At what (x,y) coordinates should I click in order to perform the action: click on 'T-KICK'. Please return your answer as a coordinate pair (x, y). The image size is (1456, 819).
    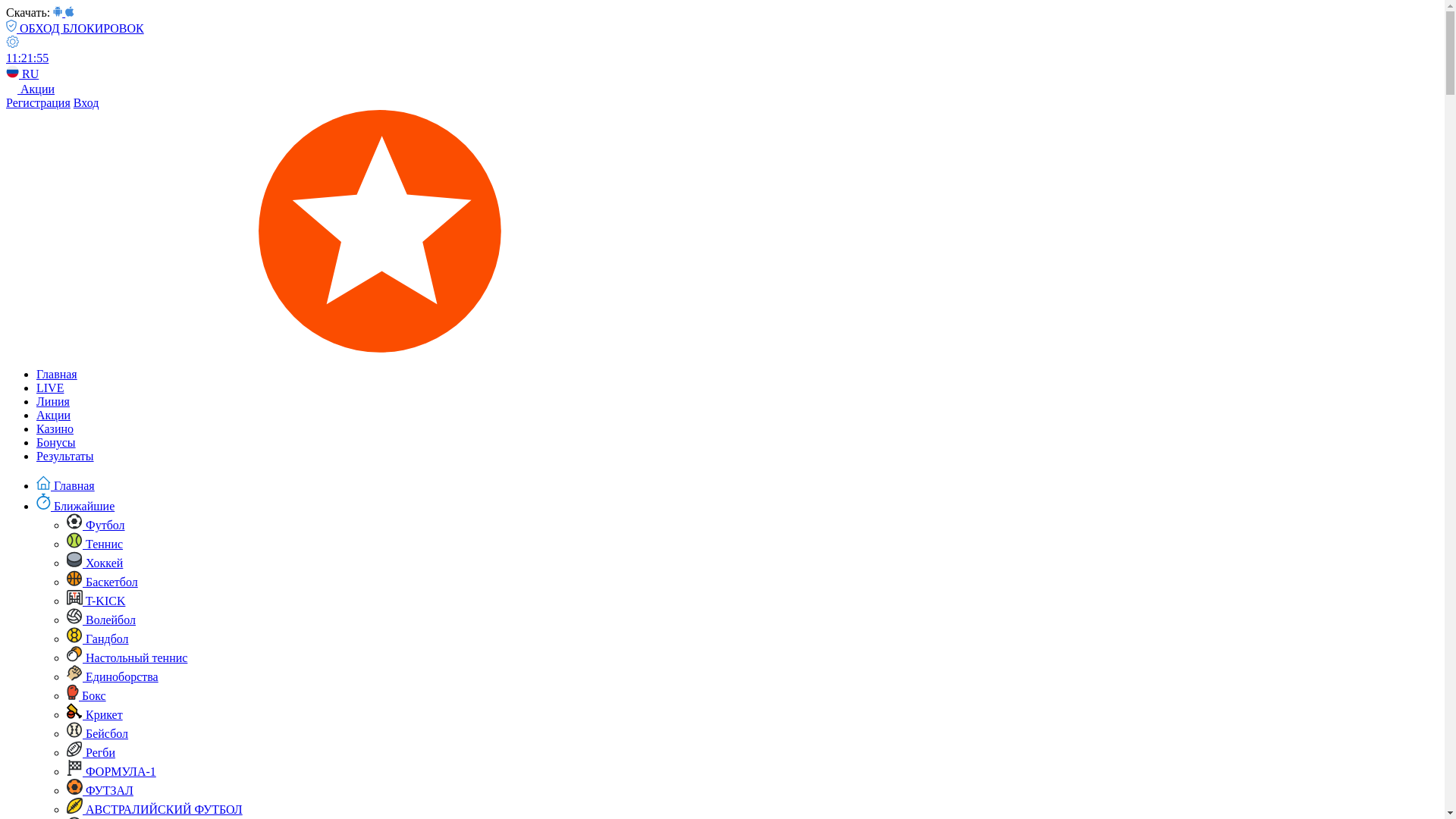
    Looking at the image, I should click on (65, 600).